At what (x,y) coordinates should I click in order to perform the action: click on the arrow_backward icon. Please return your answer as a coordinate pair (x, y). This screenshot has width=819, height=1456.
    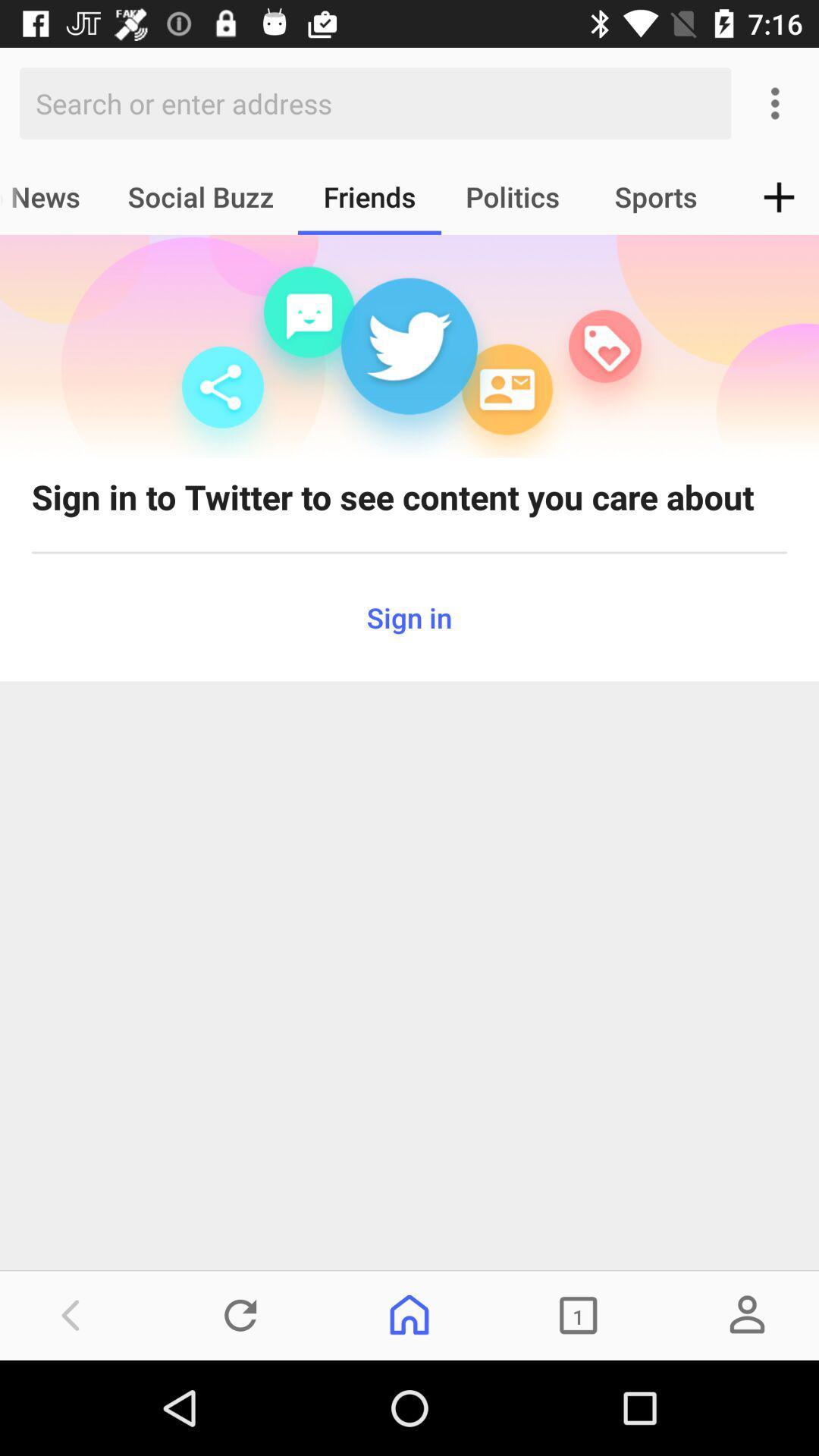
    Looking at the image, I should click on (71, 1314).